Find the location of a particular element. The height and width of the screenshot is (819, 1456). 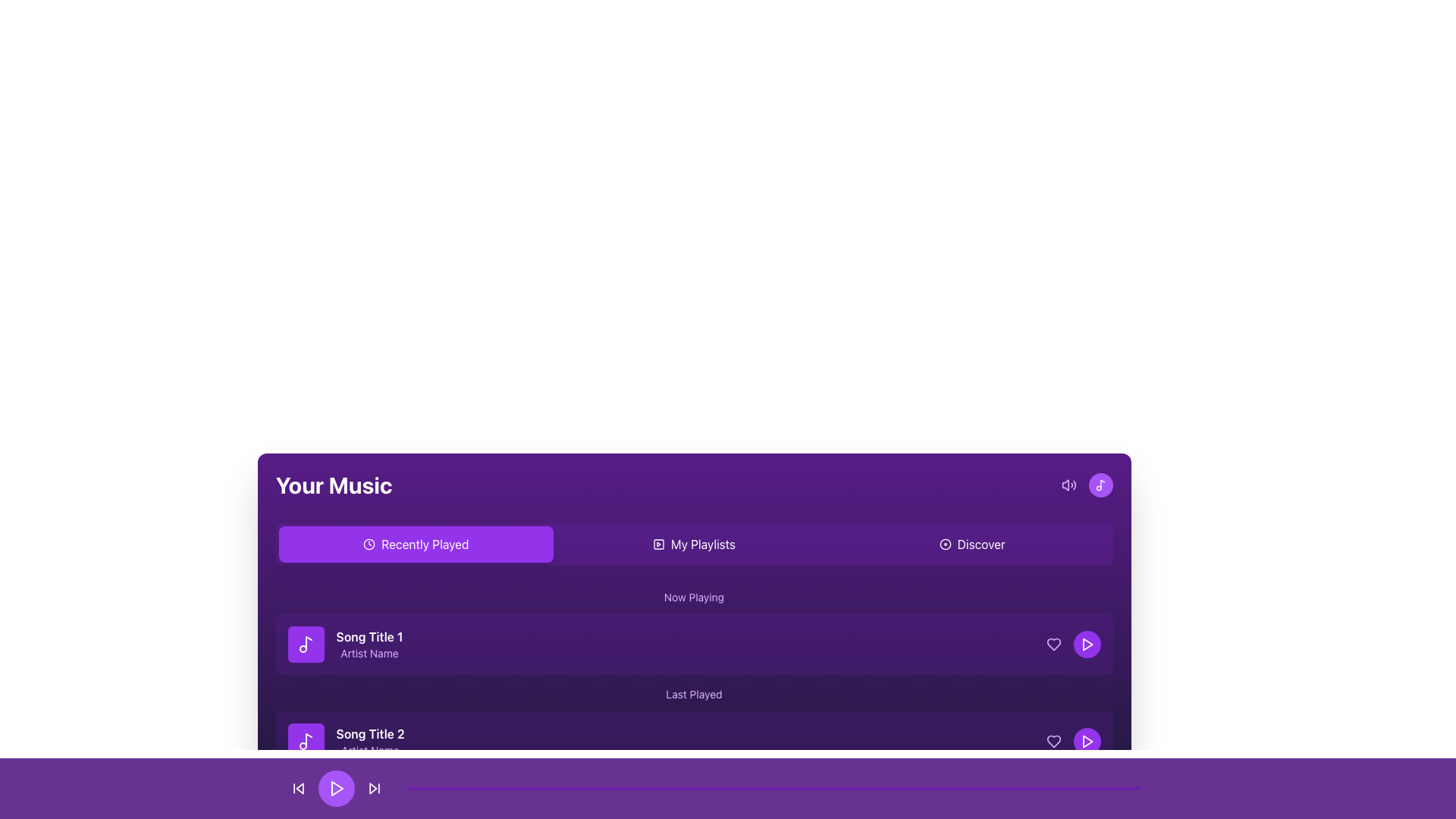

the small circular clock icon located to the left of the 'Recently Played' text within the purple button at the top-left under the 'Your Music' heading is located at coordinates (369, 543).